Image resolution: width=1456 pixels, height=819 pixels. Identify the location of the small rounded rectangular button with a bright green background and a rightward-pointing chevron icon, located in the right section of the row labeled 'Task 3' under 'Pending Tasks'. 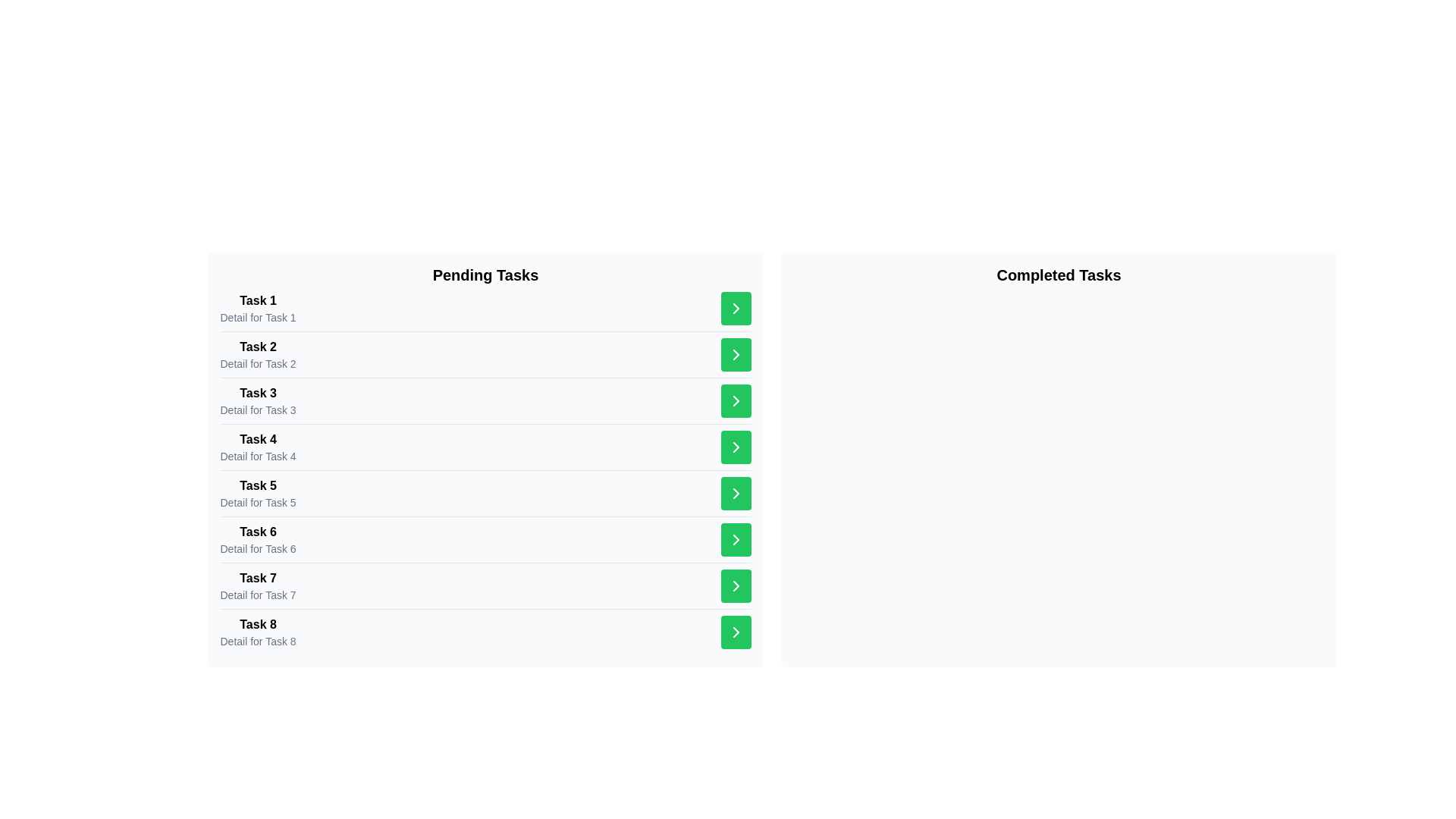
(736, 400).